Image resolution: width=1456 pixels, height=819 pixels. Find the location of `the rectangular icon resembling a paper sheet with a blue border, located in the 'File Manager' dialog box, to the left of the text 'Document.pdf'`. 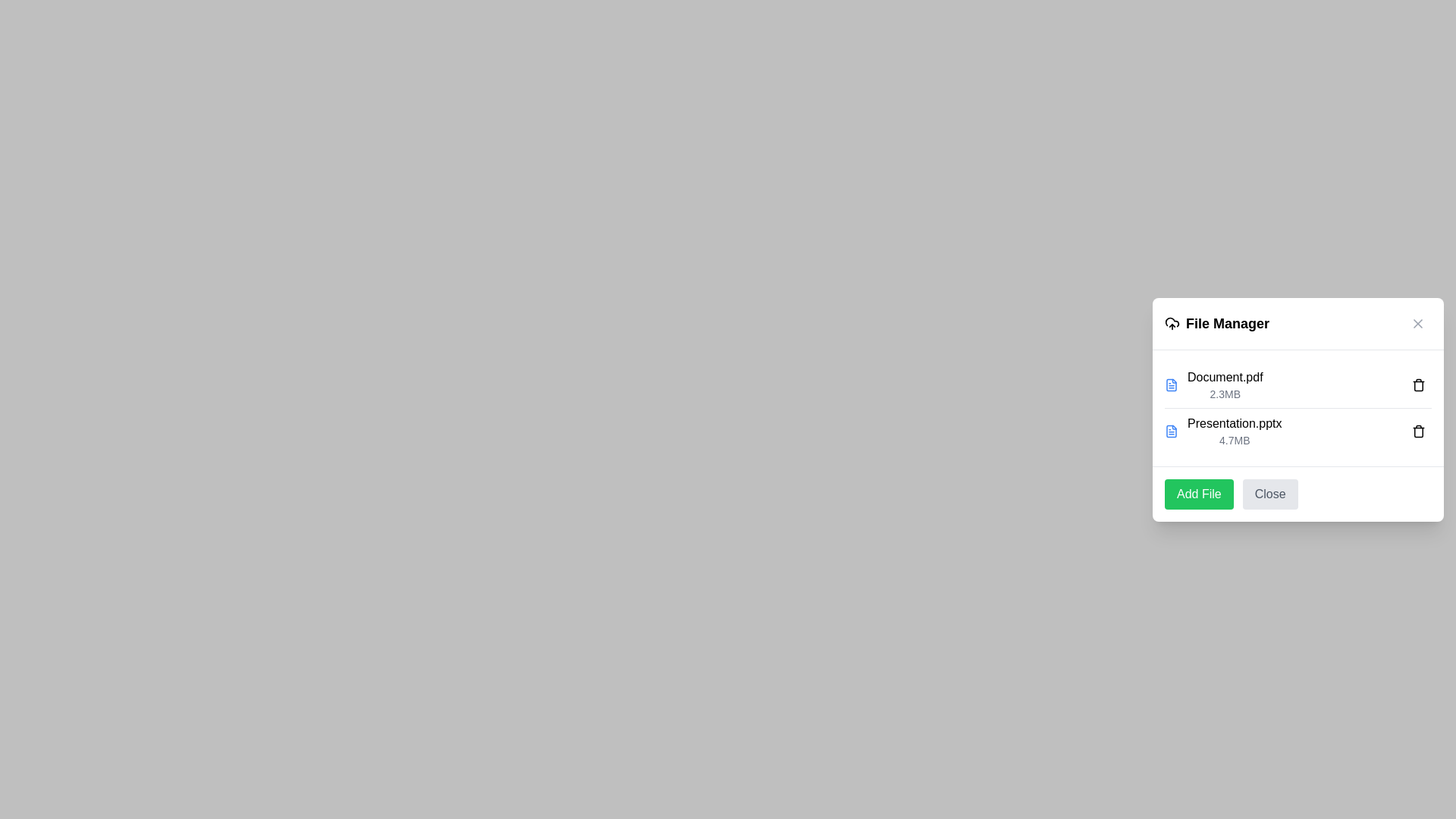

the rectangular icon resembling a paper sheet with a blue border, located in the 'File Manager' dialog box, to the left of the text 'Document.pdf' is located at coordinates (1171, 430).